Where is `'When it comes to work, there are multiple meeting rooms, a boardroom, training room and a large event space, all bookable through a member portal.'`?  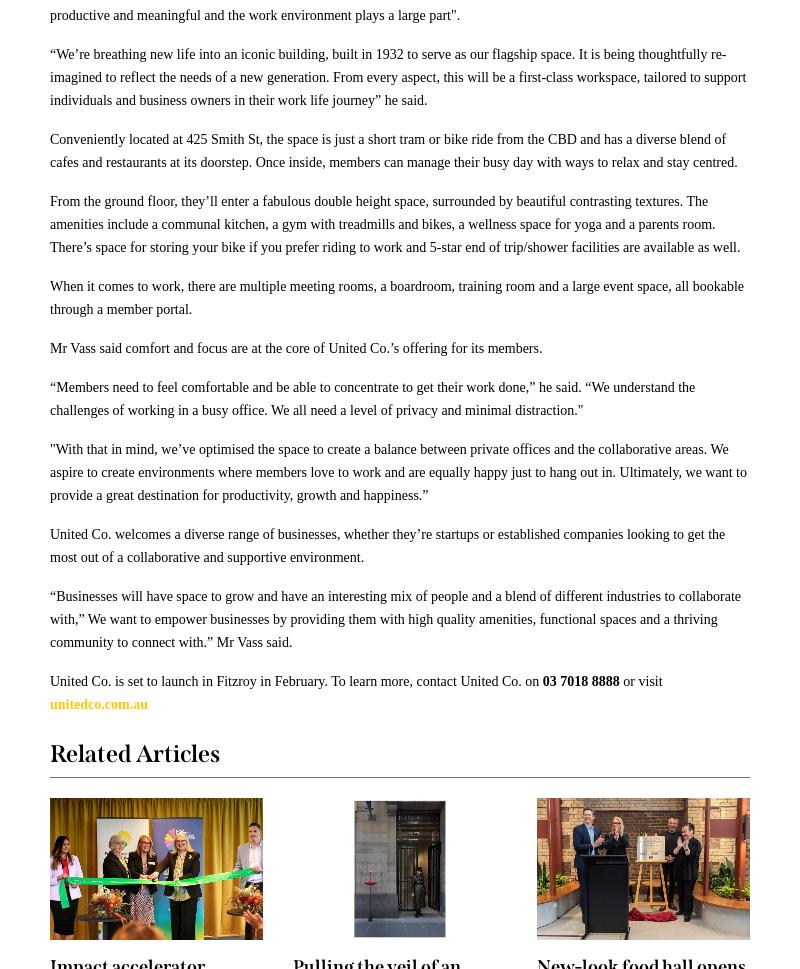
'When it comes to work, there are multiple meeting rooms, a boardroom, training room and a large event space, all bookable through a member portal.' is located at coordinates (396, 297).